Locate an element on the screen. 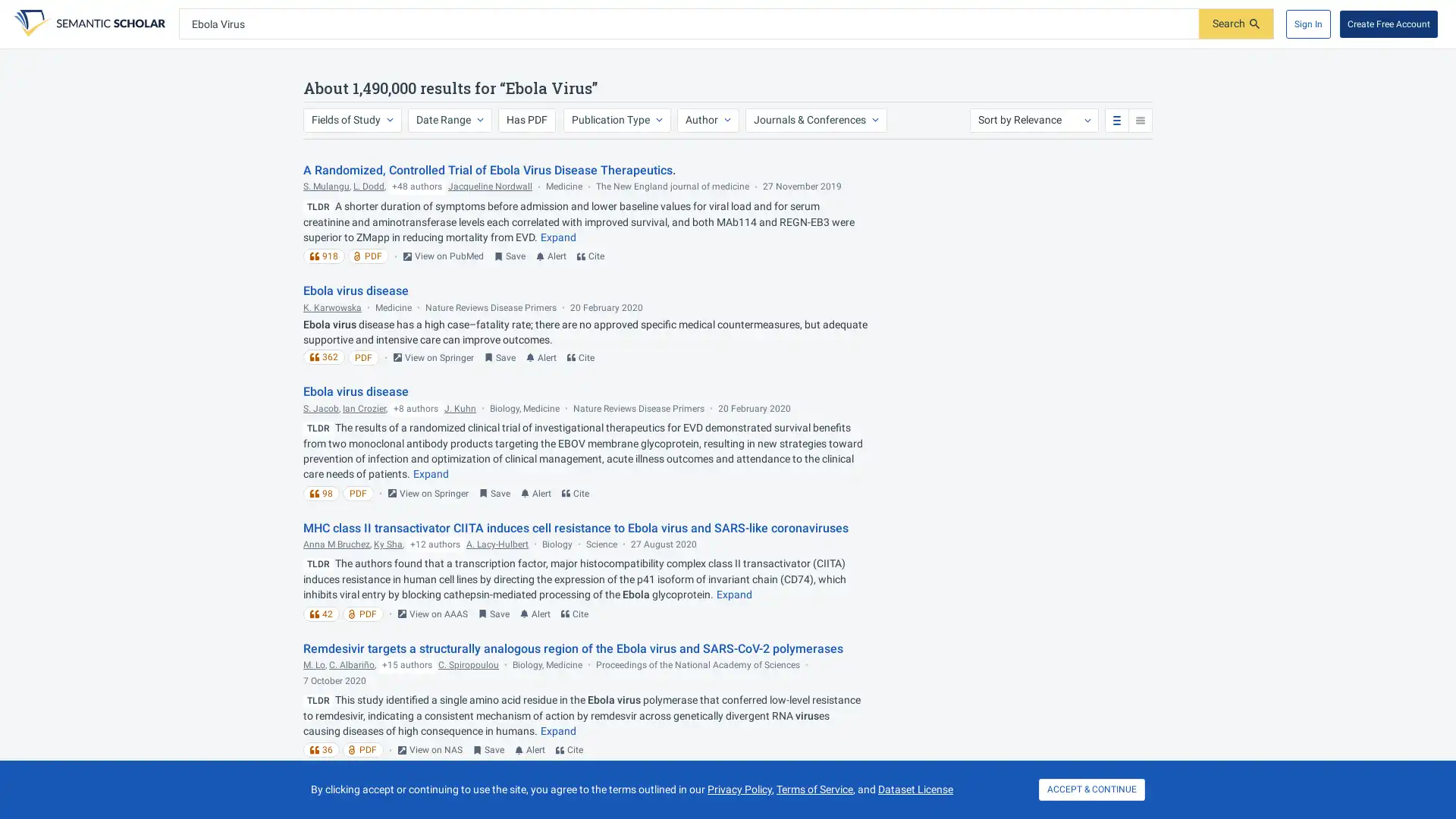  Turn on email alert for this paper is located at coordinates (535, 493).